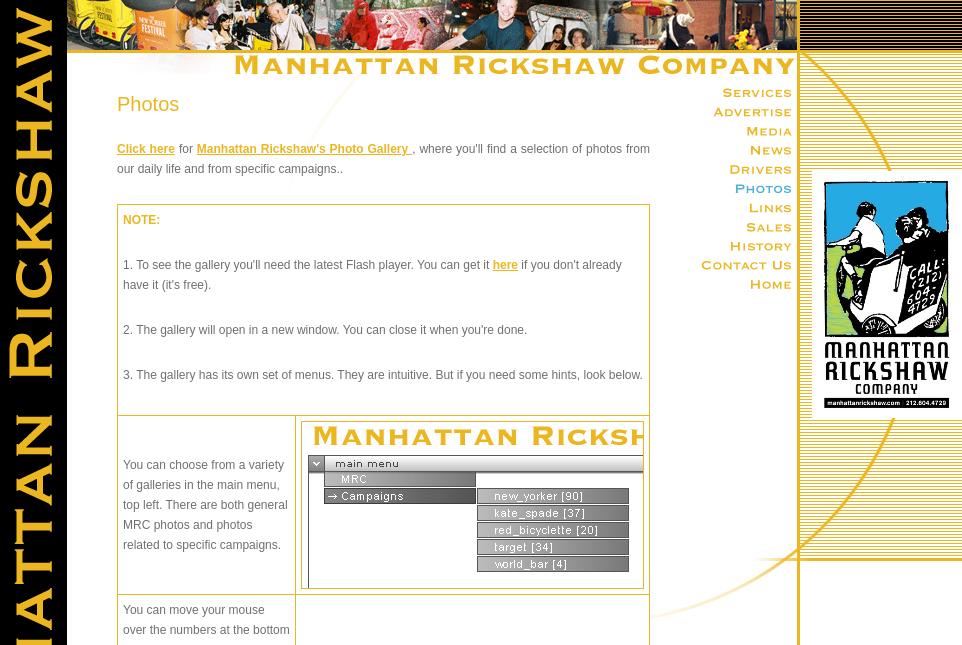  I want to click on '2. The gallery will open in a new window. You can
                          close it when you're done.', so click(323, 329).